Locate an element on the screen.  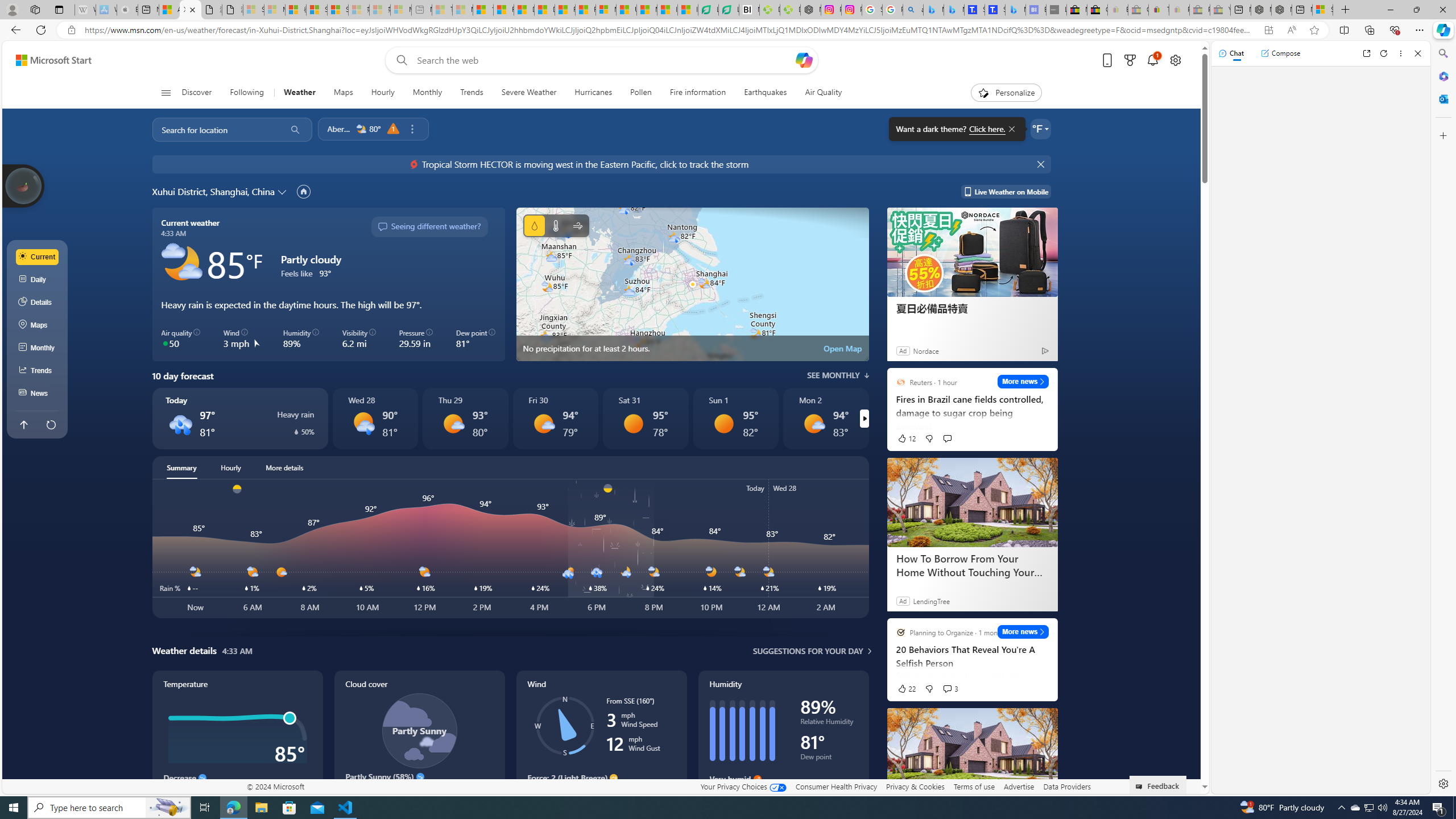
'Privacy & Cookies' is located at coordinates (916, 786).